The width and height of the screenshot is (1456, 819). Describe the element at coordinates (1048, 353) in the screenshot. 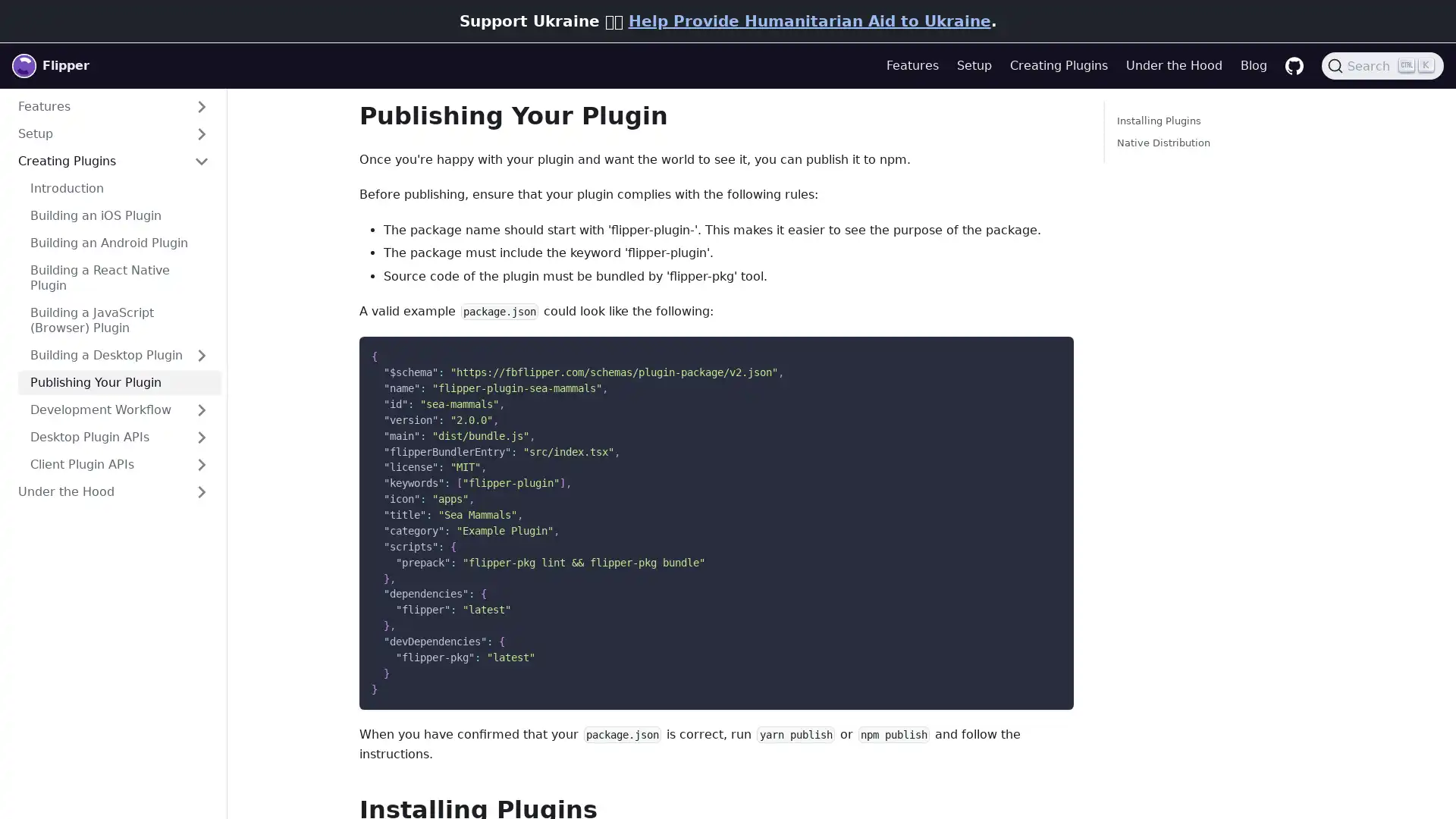

I see `Copy code to clipboard` at that location.